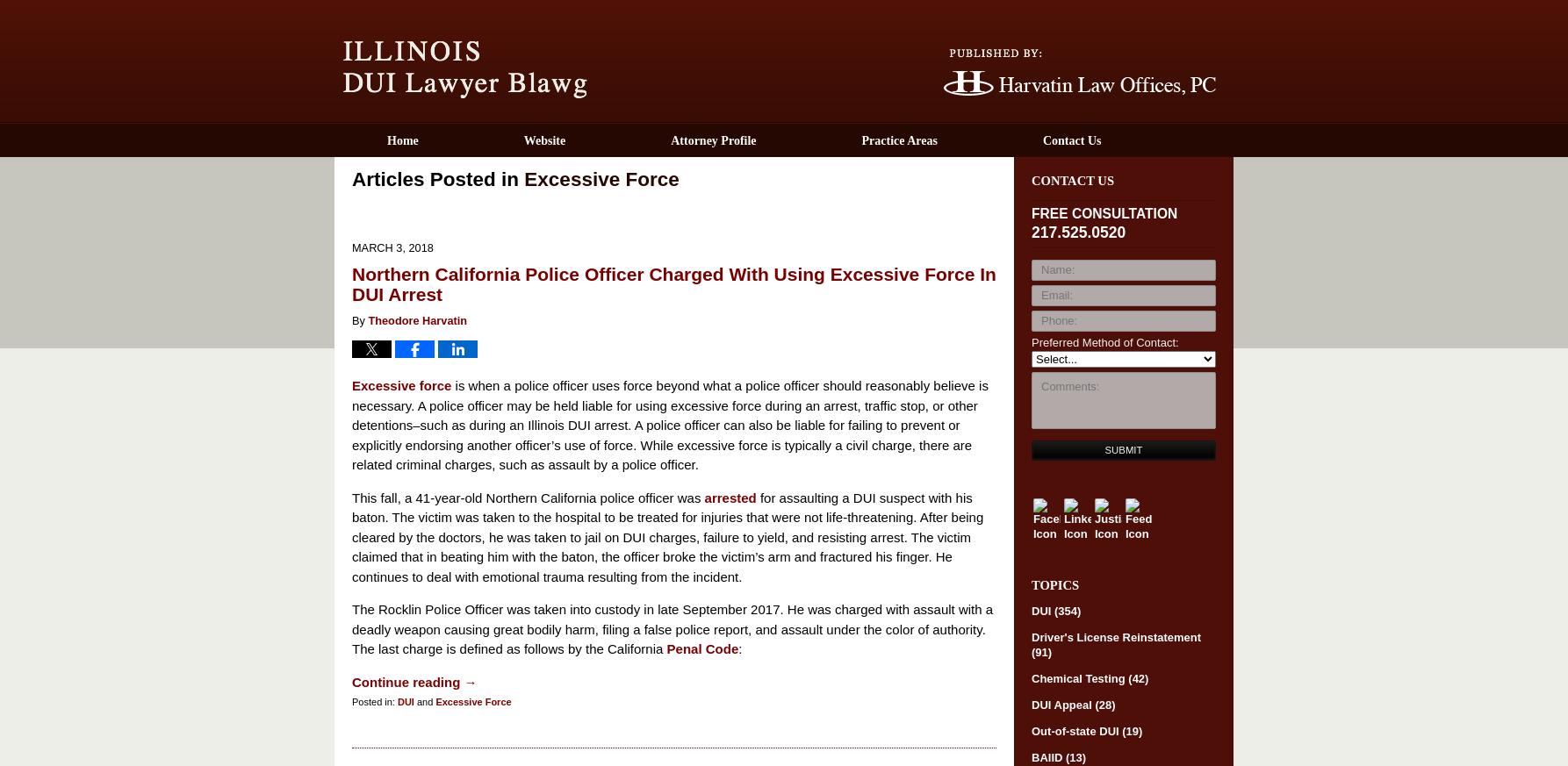 This screenshot has width=1568, height=766. What do you see at coordinates (400, 385) in the screenshot?
I see `'Excessive force'` at bounding box center [400, 385].